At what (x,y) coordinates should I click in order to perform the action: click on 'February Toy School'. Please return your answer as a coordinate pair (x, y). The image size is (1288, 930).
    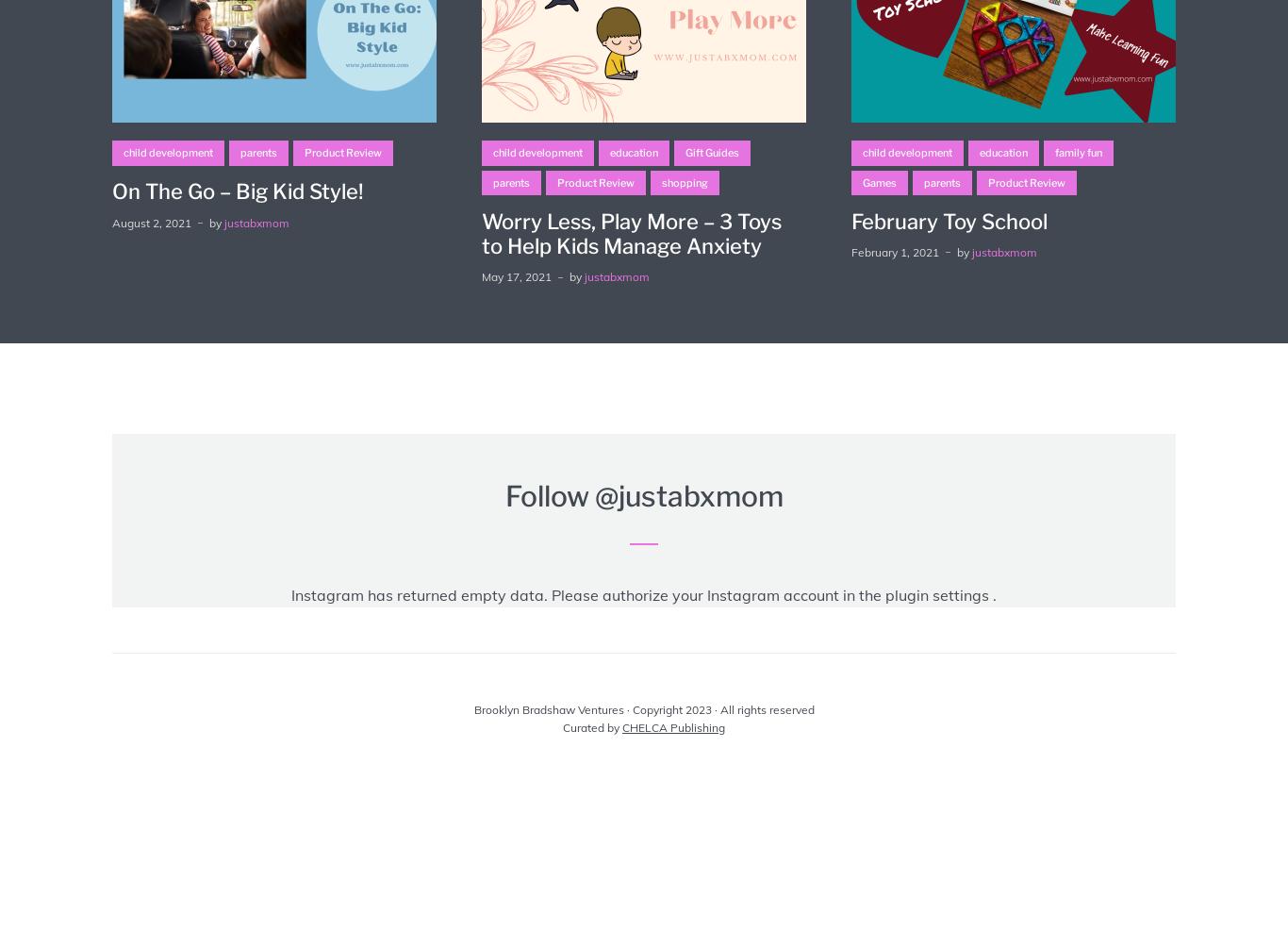
    Looking at the image, I should click on (949, 219).